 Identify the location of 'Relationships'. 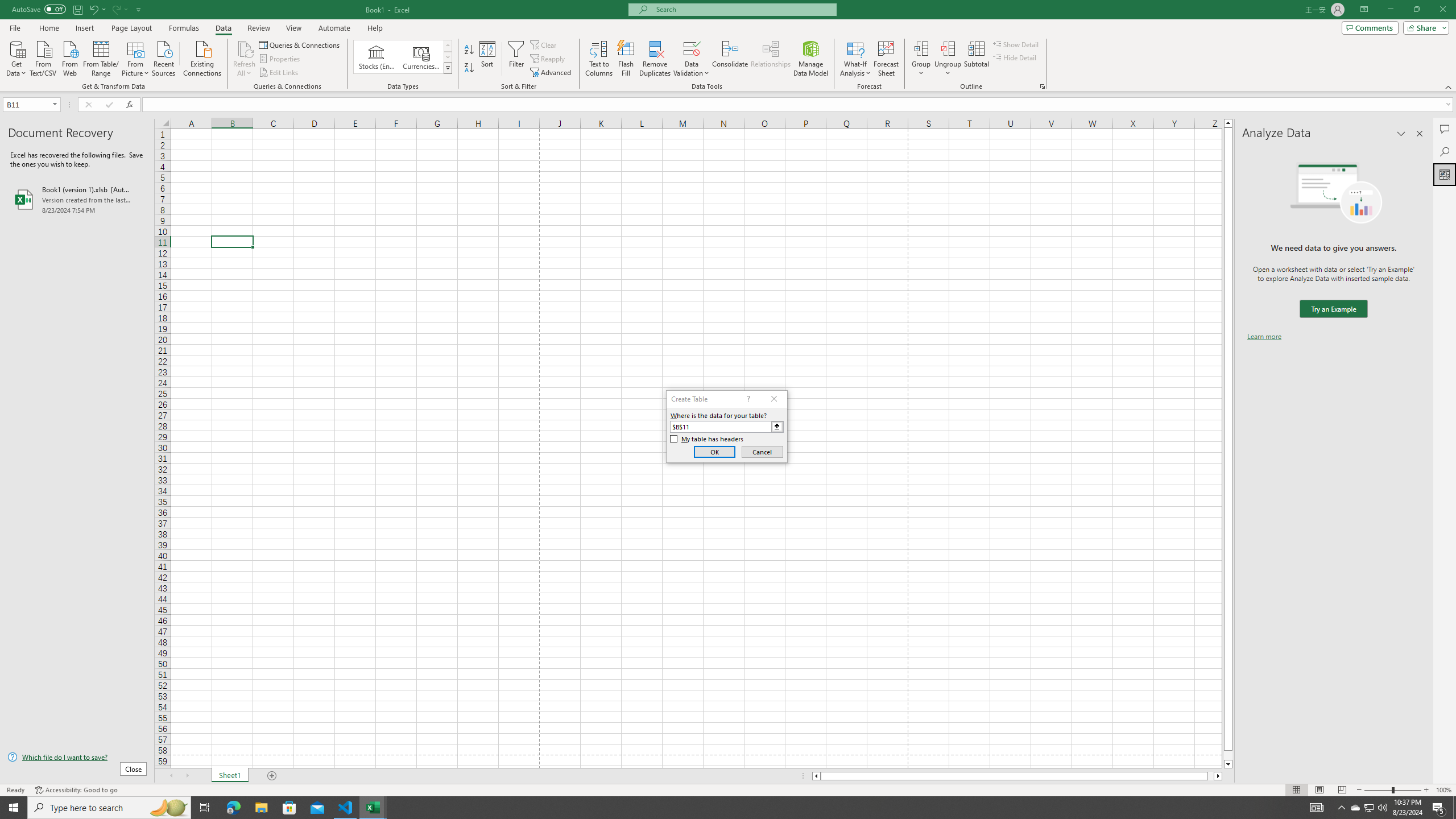
(770, 59).